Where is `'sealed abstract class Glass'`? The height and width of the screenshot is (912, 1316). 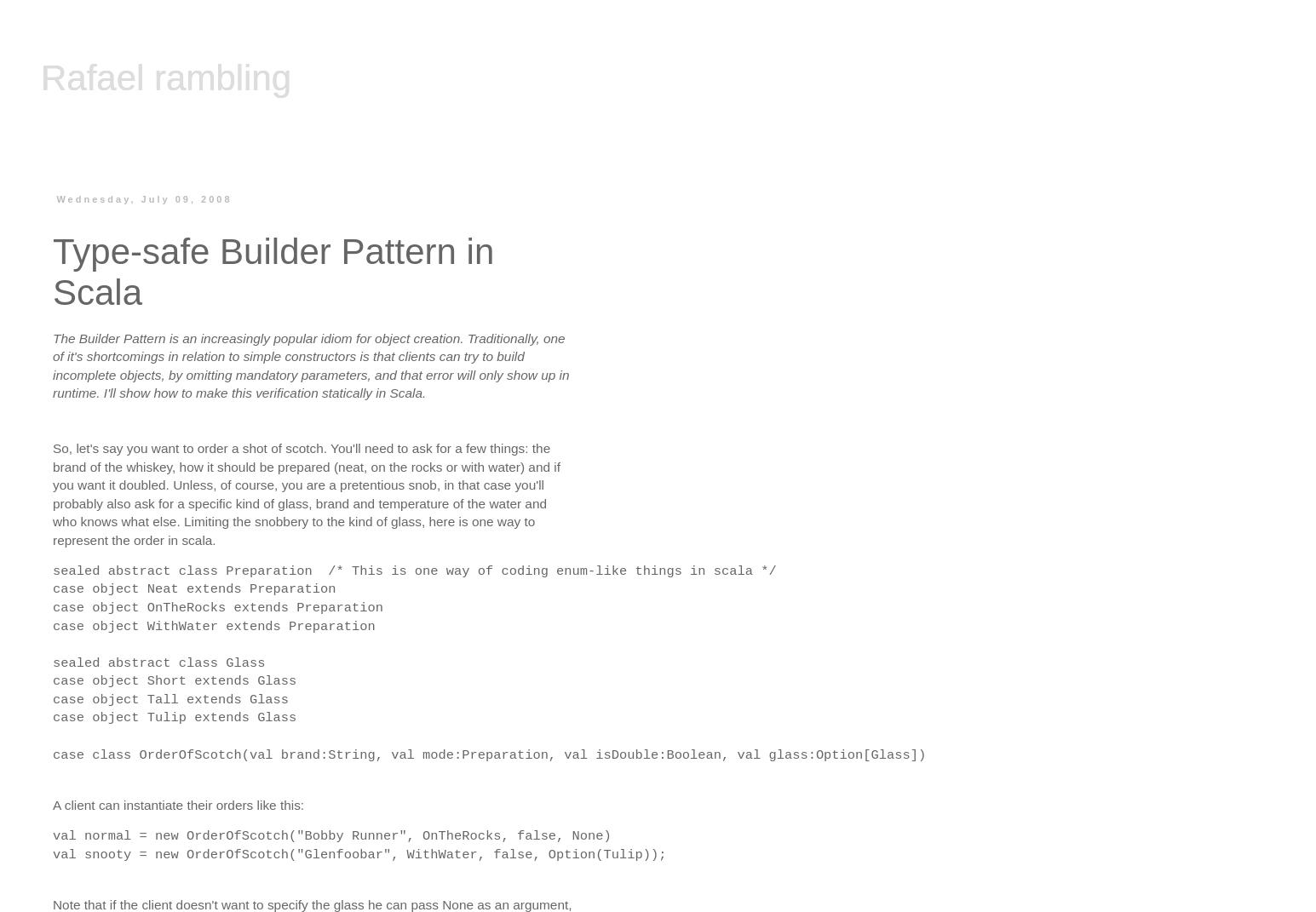
'sealed abstract class Glass' is located at coordinates (158, 661).